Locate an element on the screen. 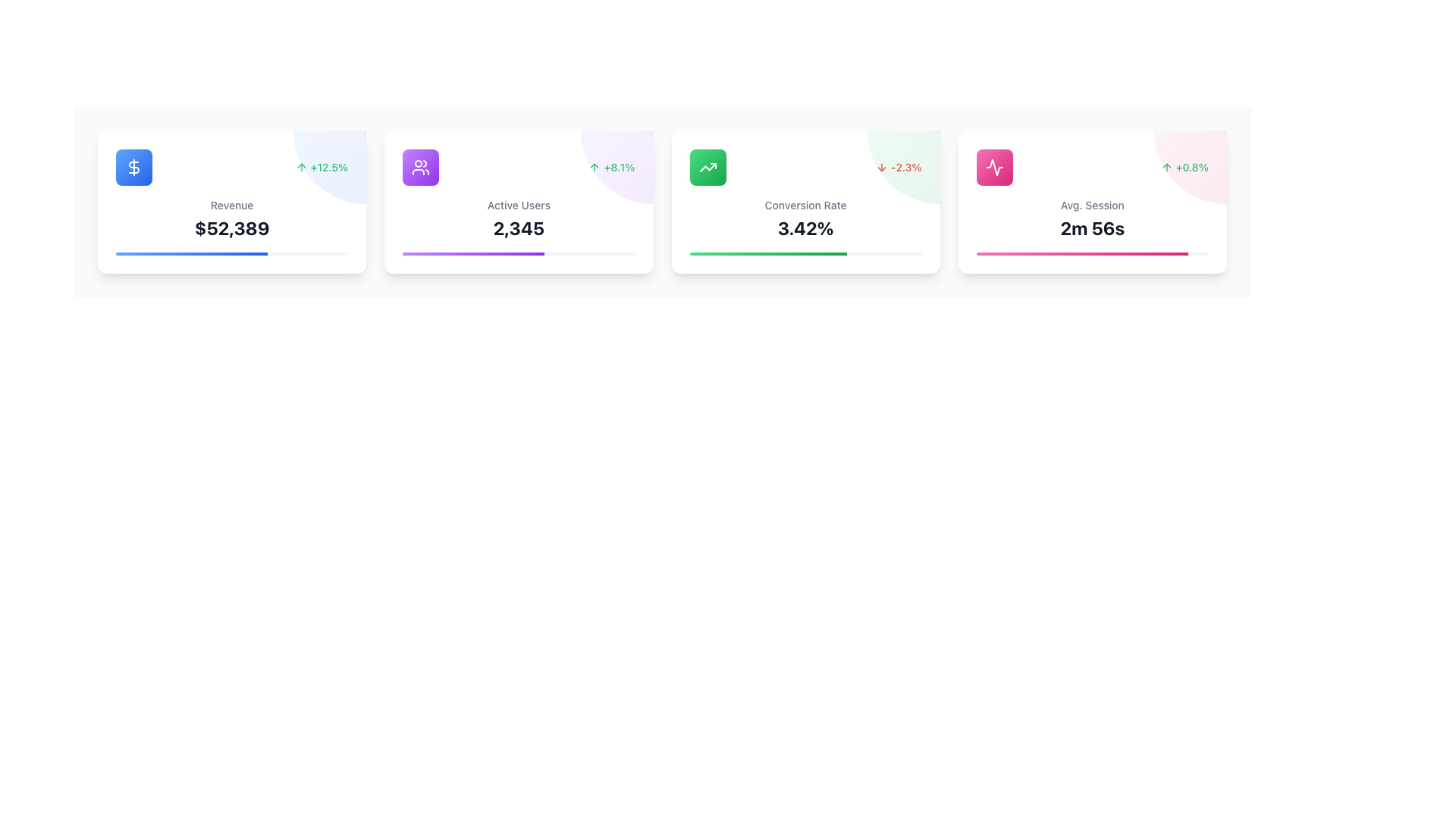 The width and height of the screenshot is (1456, 819). the green upward arrow and '+0.8%' text located in the top-right corner of the 'Avg. Session' widget is located at coordinates (1184, 167).